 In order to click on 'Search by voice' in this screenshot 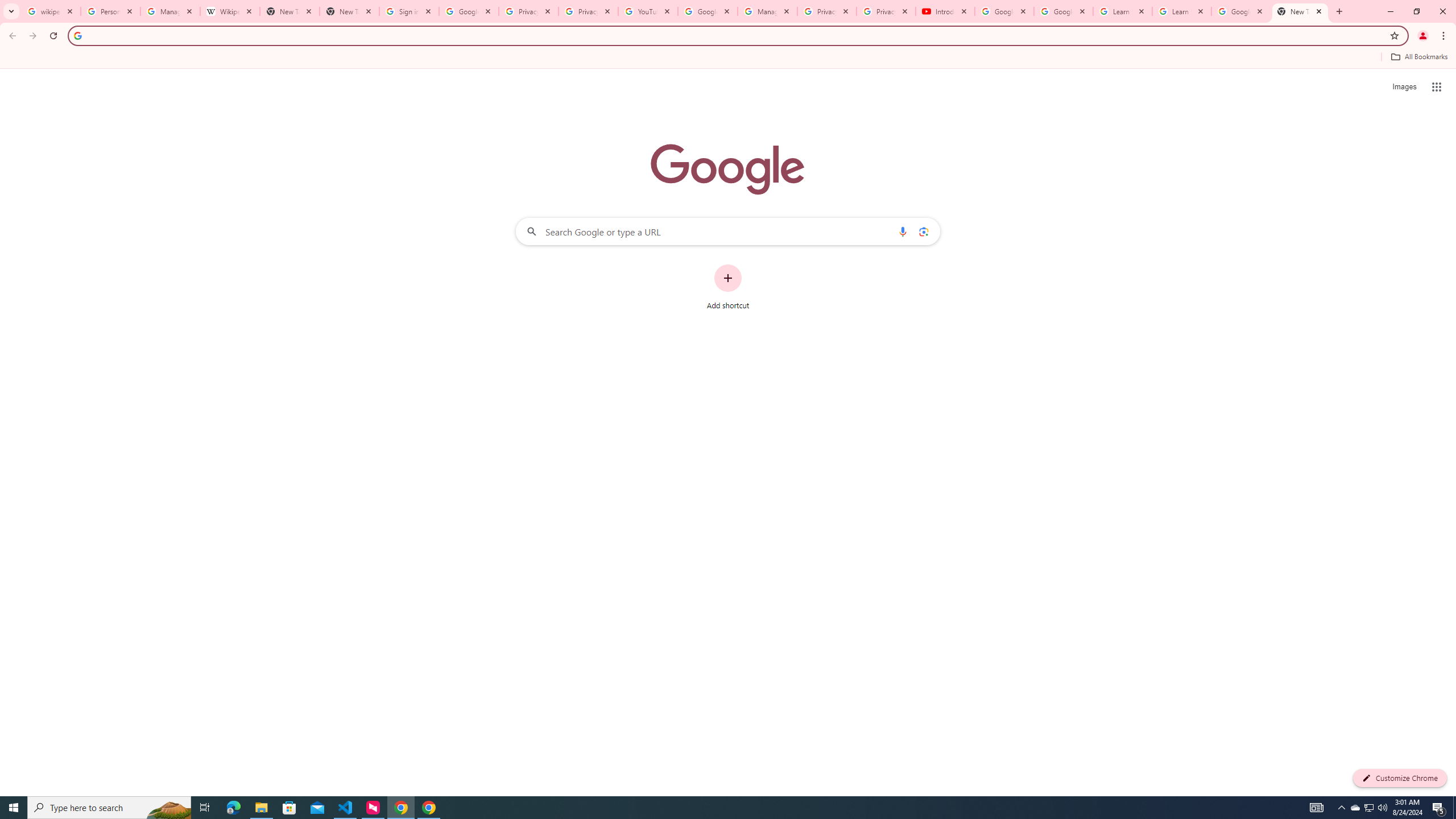, I will do `click(902, 230)`.